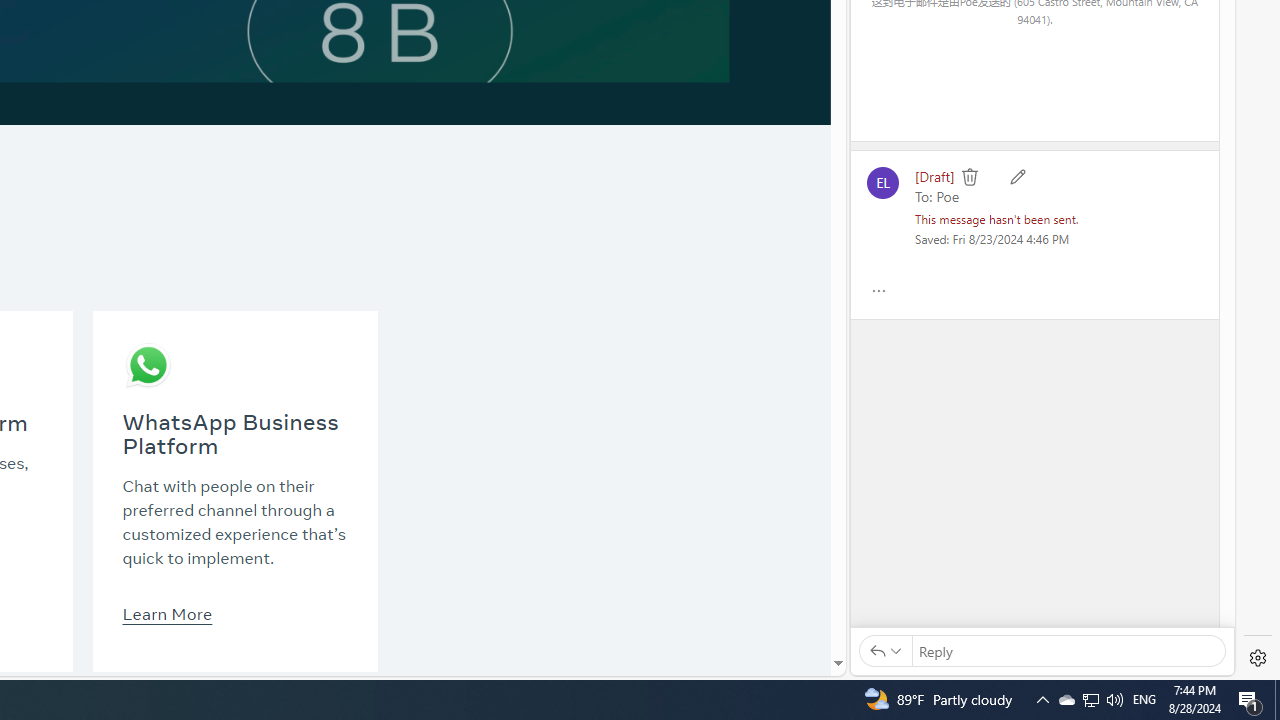 The height and width of the screenshot is (720, 1280). I want to click on 'Contact card for Eugene Ledger', so click(881, 182).